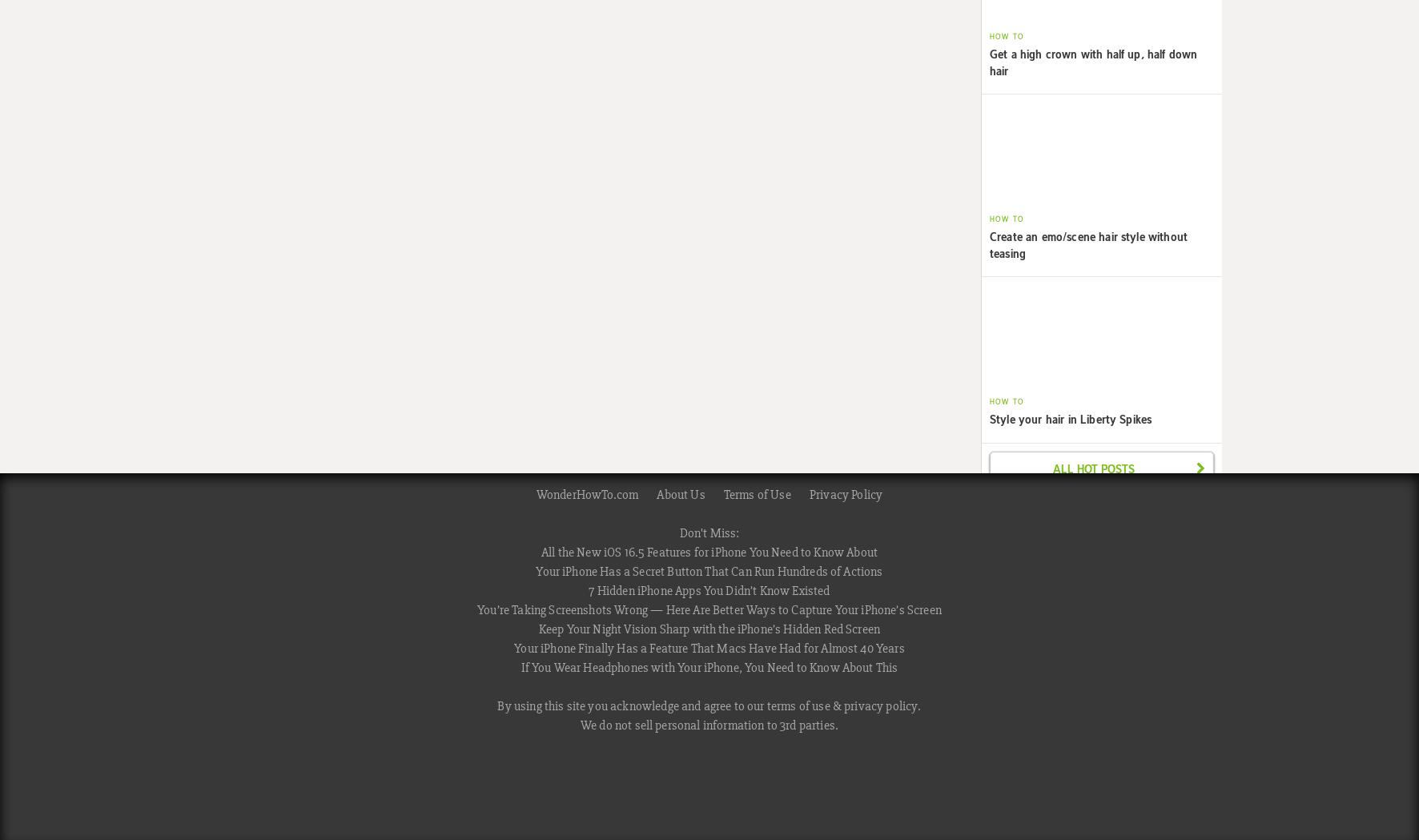 The width and height of the screenshot is (1419, 840). Describe the element at coordinates (709, 571) in the screenshot. I see `'Your iPhone Has a Secret Button That Can Run Hundreds of Actions'` at that location.